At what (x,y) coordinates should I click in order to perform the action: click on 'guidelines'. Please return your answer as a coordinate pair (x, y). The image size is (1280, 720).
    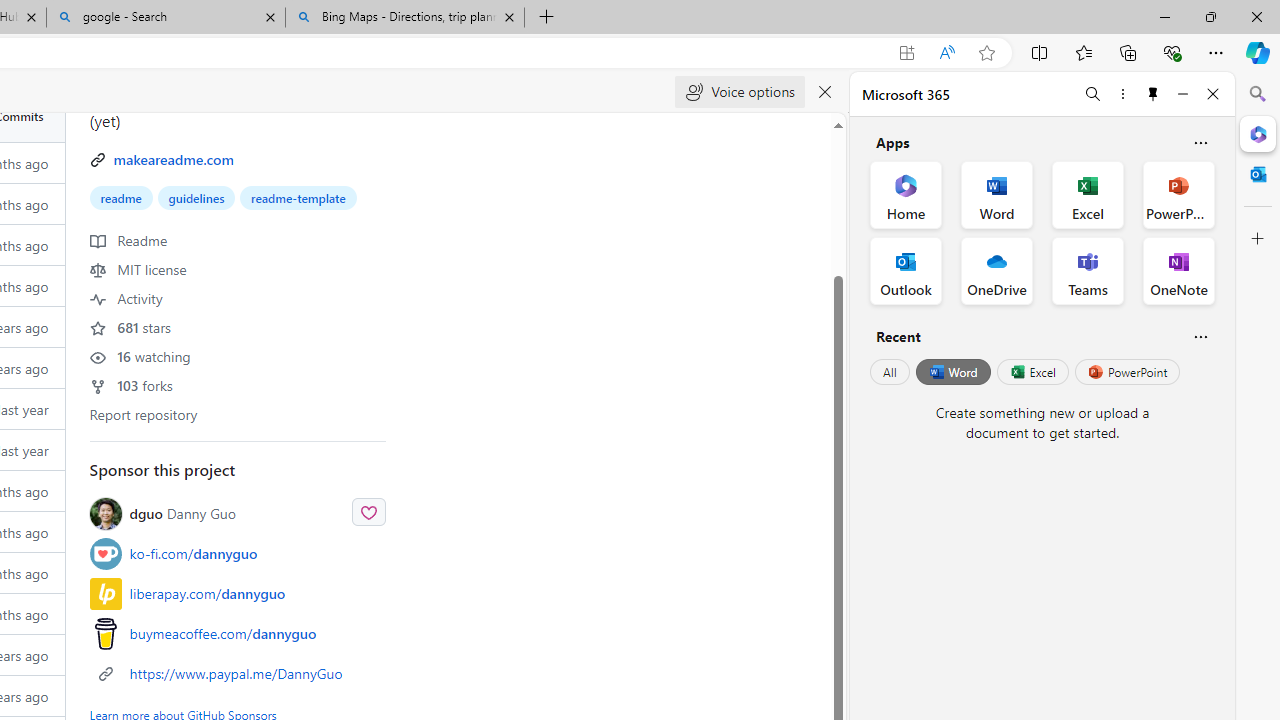
    Looking at the image, I should click on (196, 198).